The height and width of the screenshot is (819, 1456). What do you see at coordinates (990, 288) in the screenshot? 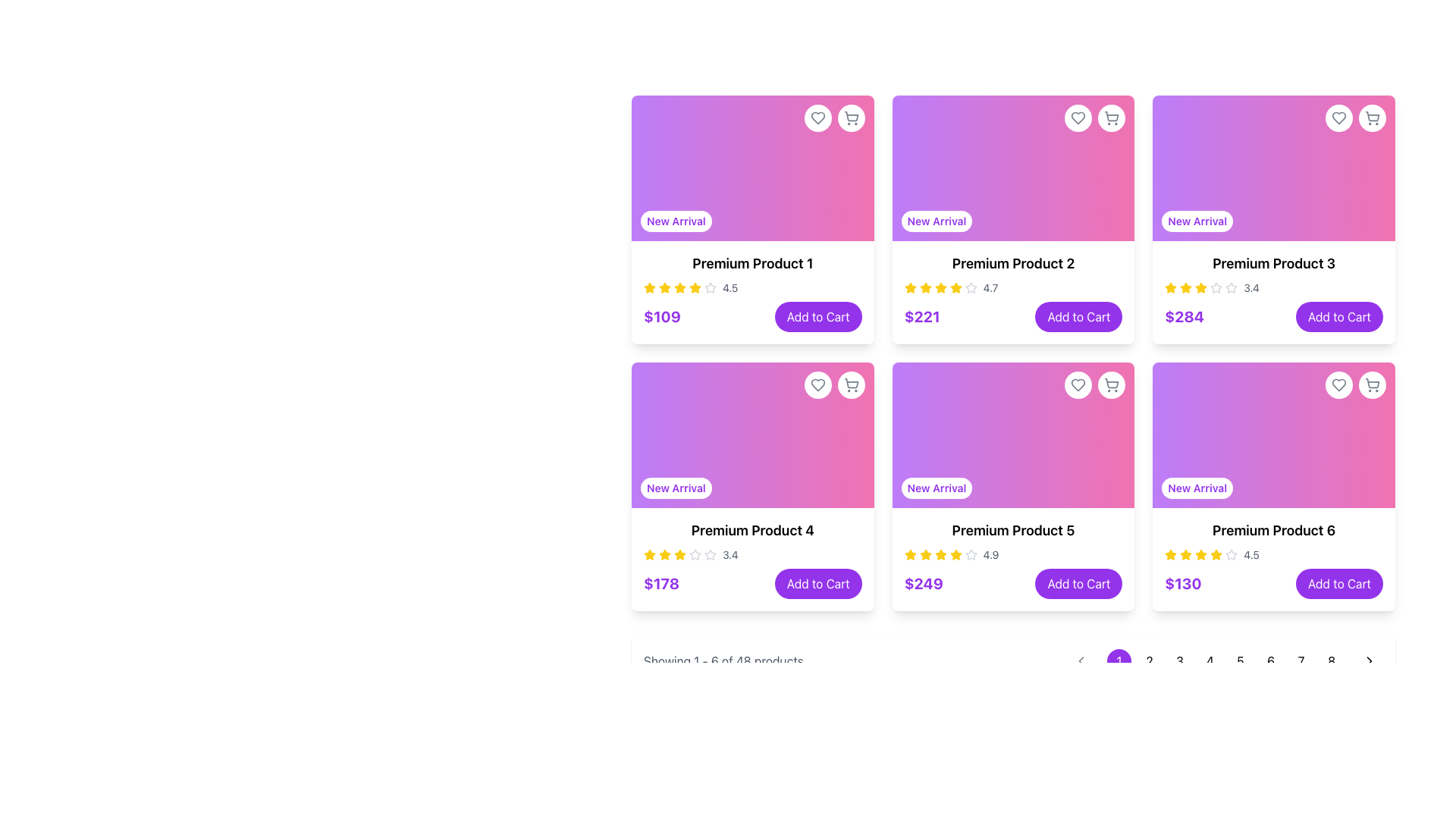
I see `the text displaying the numerical value '4.7'` at bounding box center [990, 288].